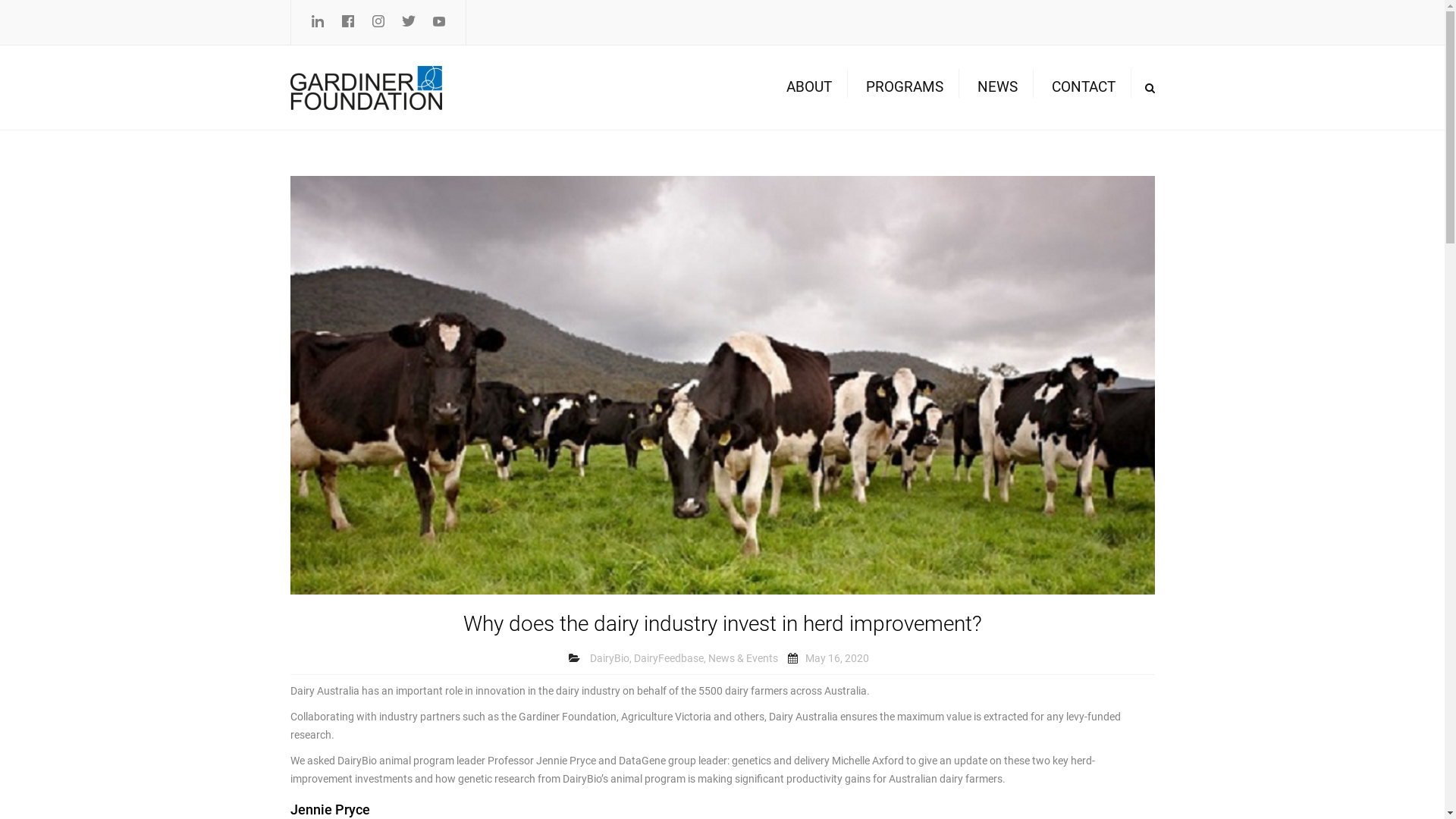  I want to click on 'ABOUT', so click(778, 87).